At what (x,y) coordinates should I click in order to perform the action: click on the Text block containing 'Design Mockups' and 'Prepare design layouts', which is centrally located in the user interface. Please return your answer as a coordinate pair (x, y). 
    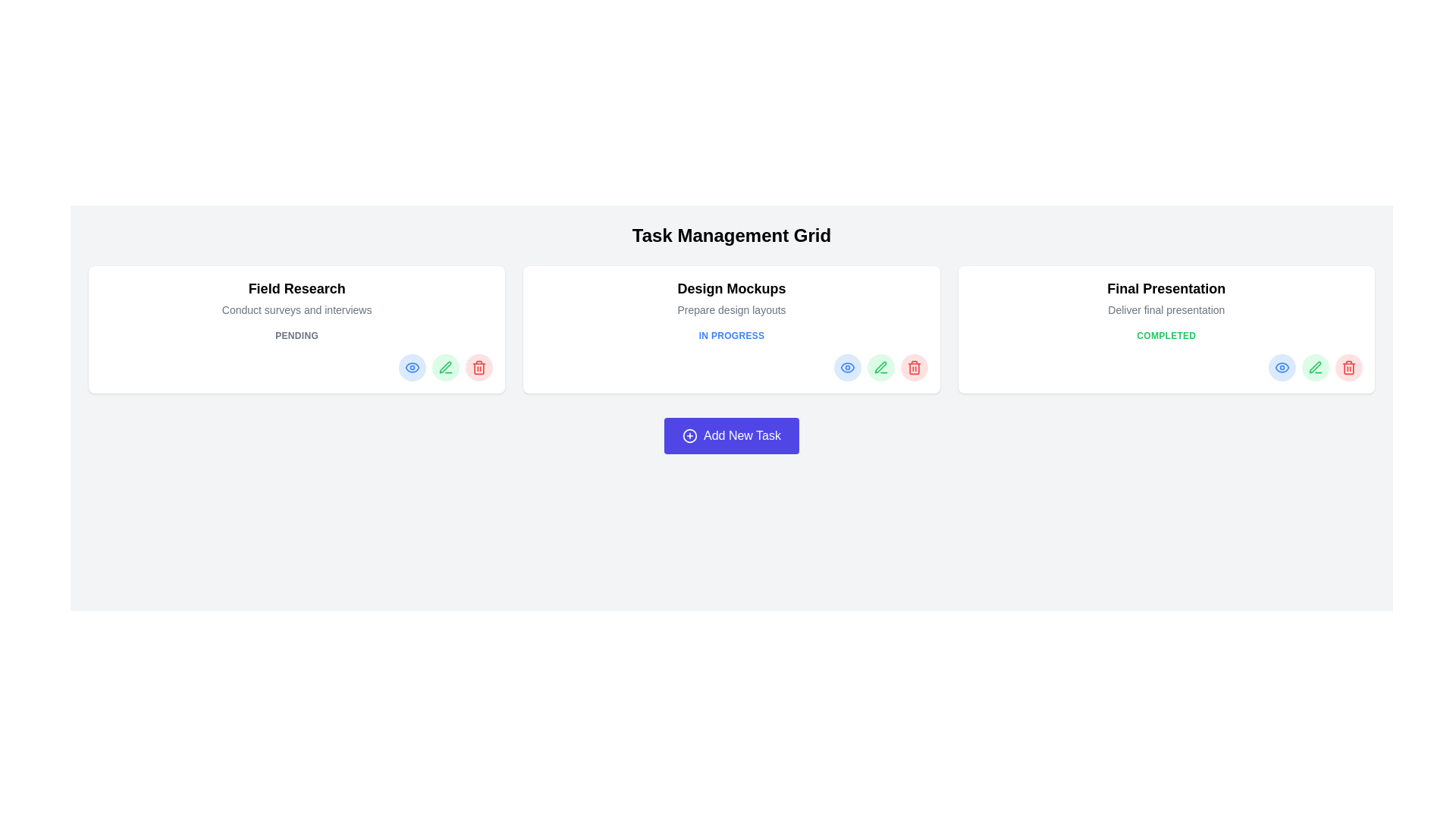
    Looking at the image, I should click on (731, 298).